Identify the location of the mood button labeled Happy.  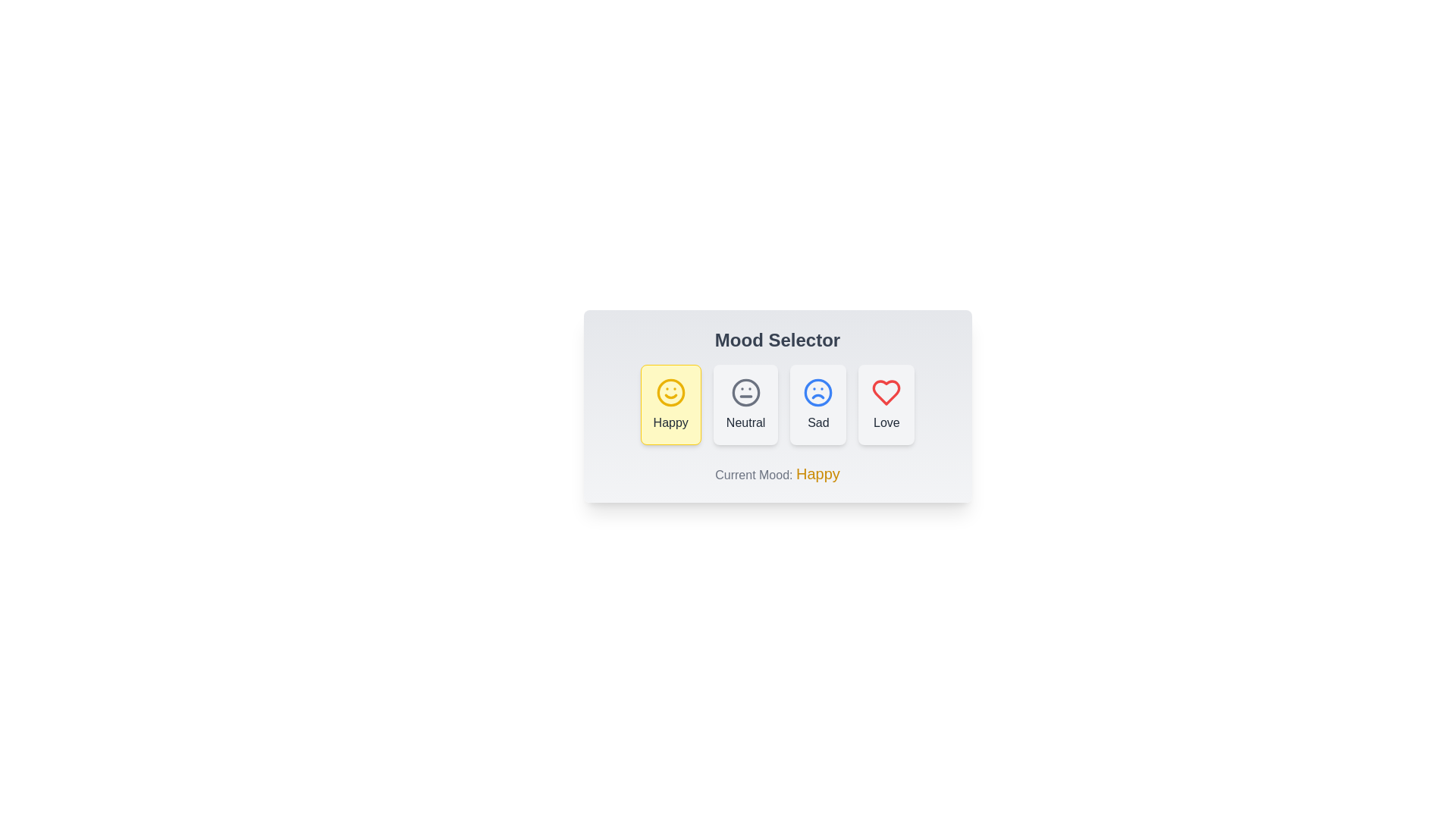
(670, 403).